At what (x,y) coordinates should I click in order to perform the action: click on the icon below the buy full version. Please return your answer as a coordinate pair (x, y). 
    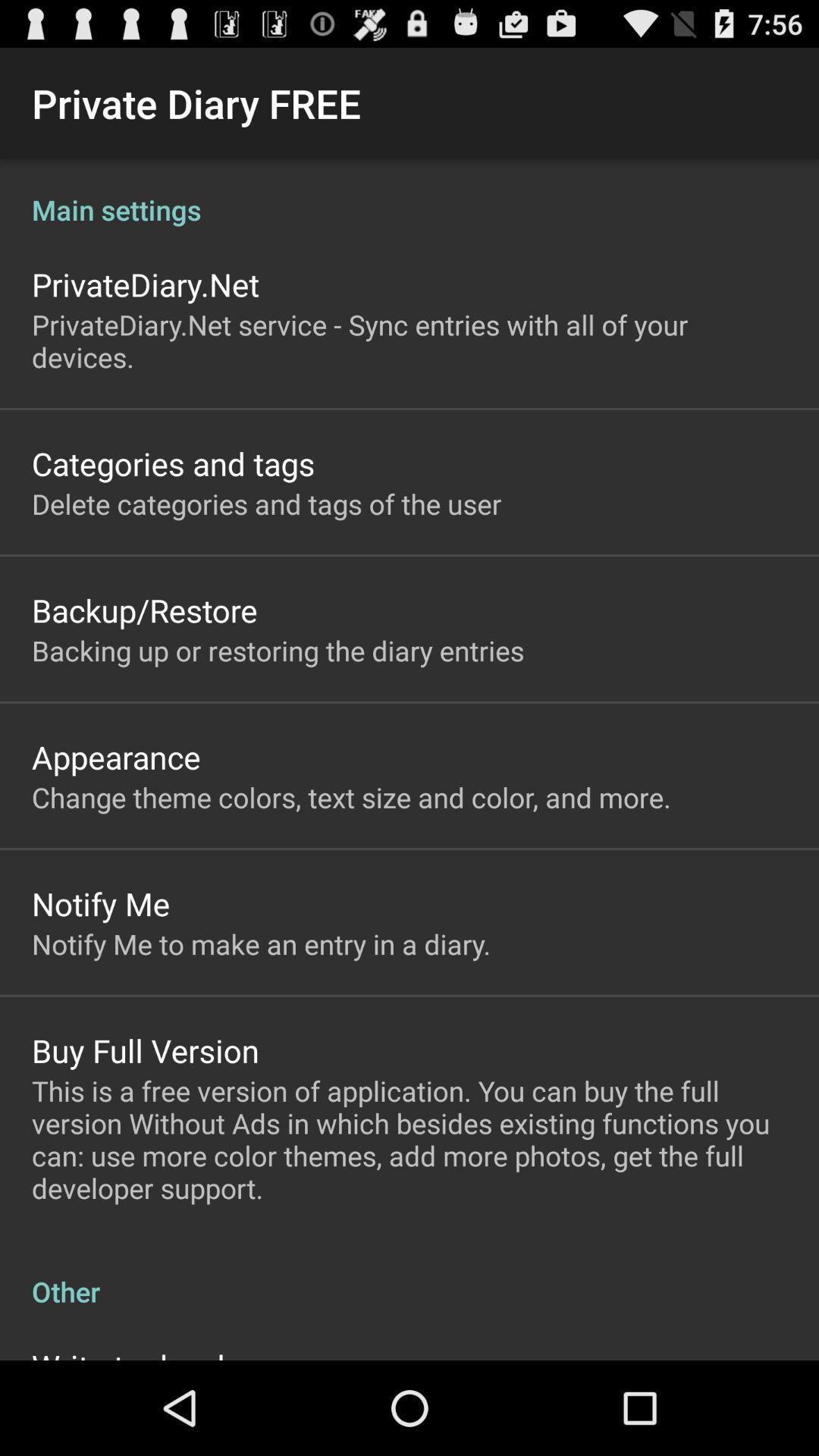
    Looking at the image, I should click on (409, 1139).